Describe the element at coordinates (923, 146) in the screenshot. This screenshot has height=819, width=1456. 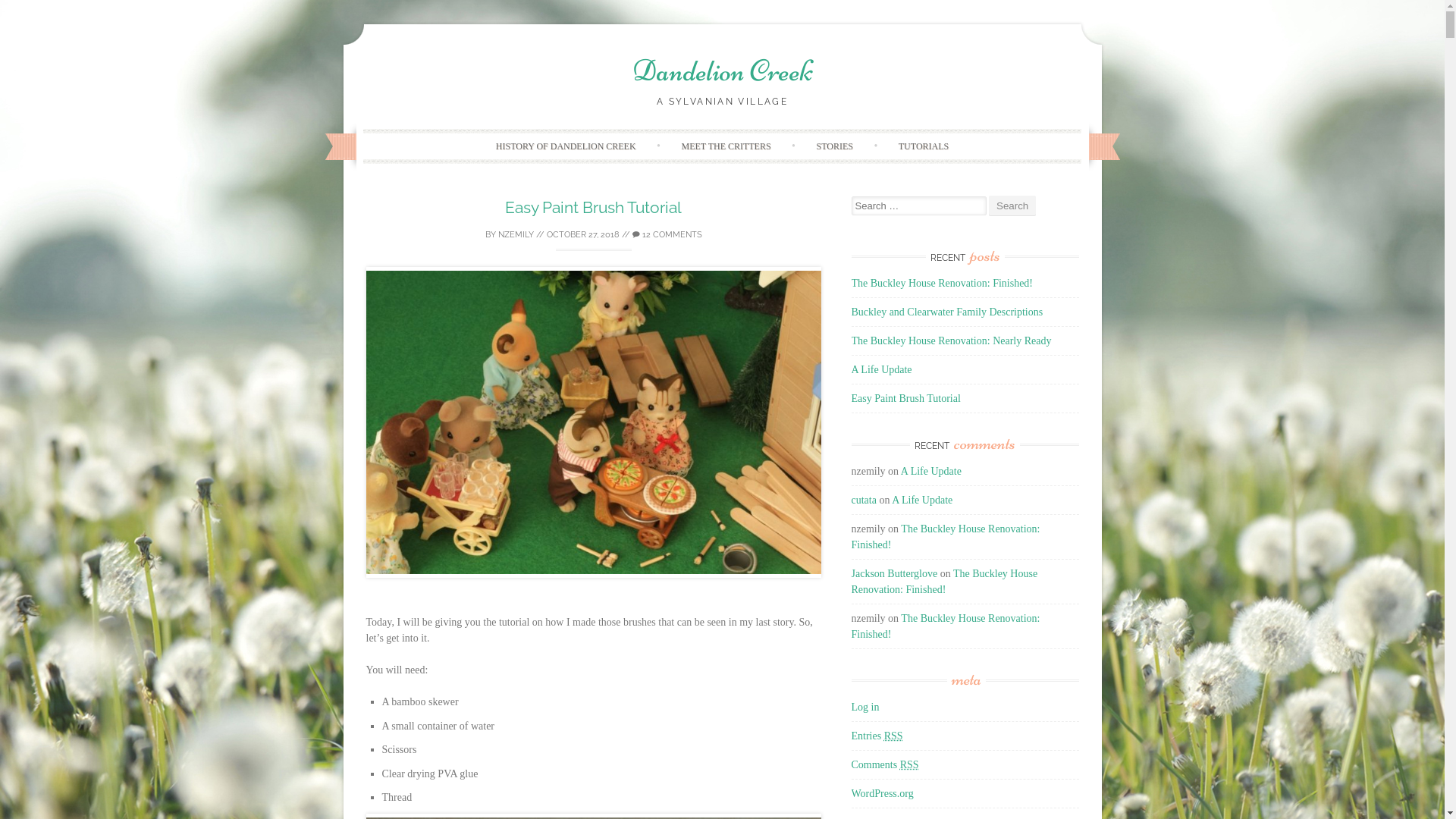
I see `'TUTORIALS'` at that location.